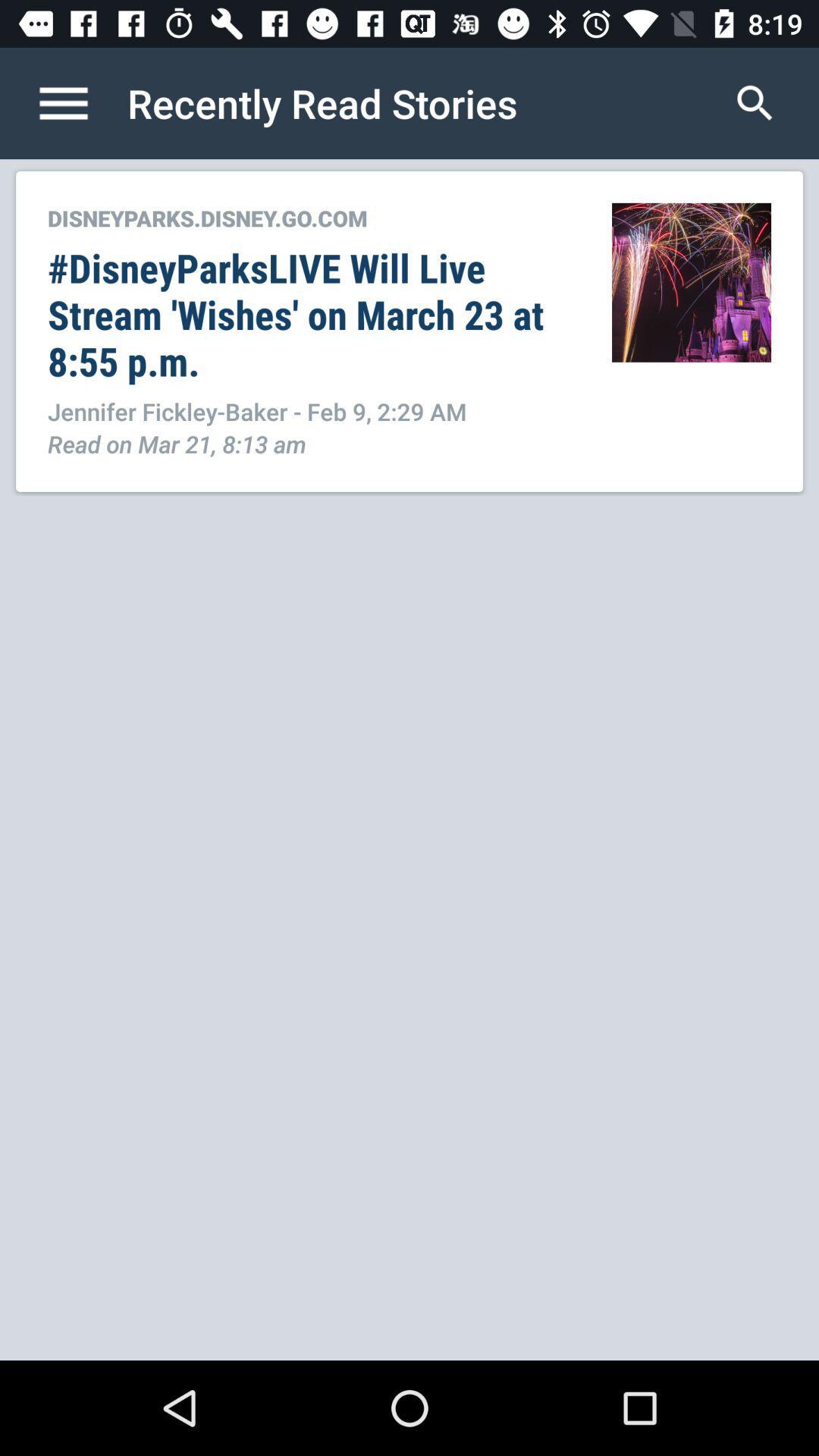 This screenshot has height=1456, width=819. Describe the element at coordinates (79, 102) in the screenshot. I see `the item next to recently read stories icon` at that location.